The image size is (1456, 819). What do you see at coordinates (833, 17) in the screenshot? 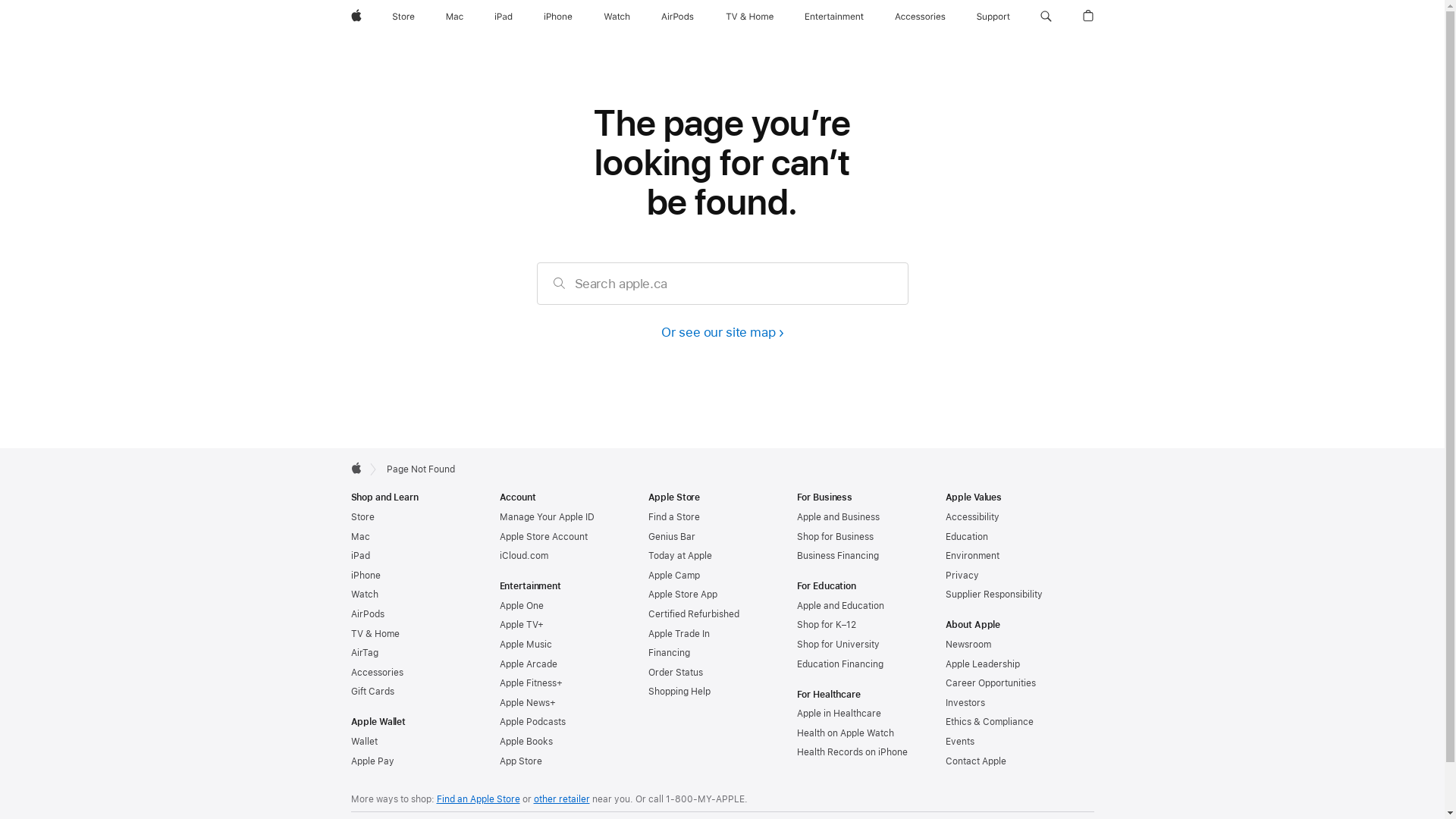
I see `'Entertainment'` at bounding box center [833, 17].